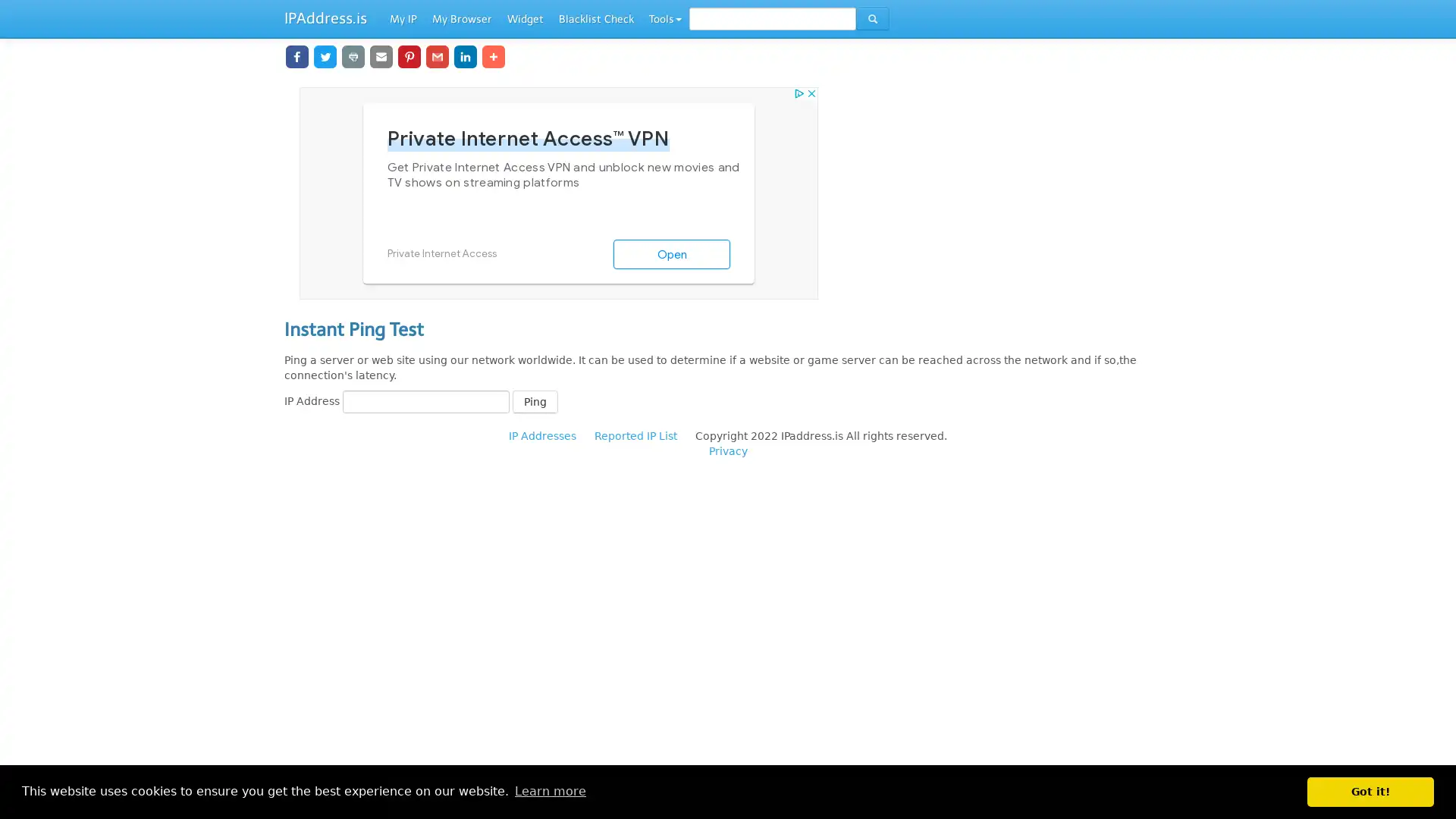 The width and height of the screenshot is (1456, 819). What do you see at coordinates (297, 55) in the screenshot?
I see `Share to Facebook` at bounding box center [297, 55].